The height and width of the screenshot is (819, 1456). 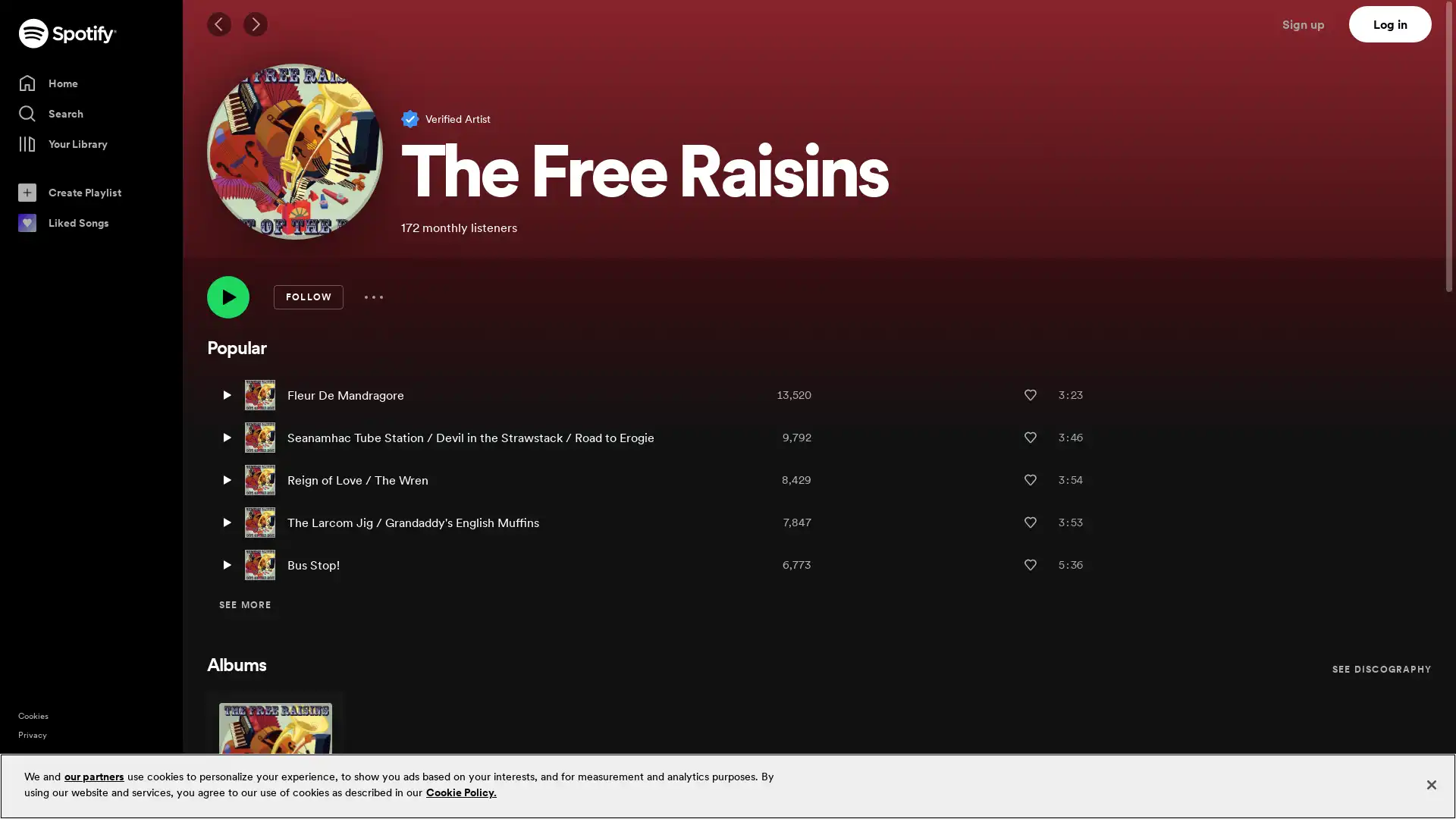 I want to click on Sign up, so click(x=1312, y=24).